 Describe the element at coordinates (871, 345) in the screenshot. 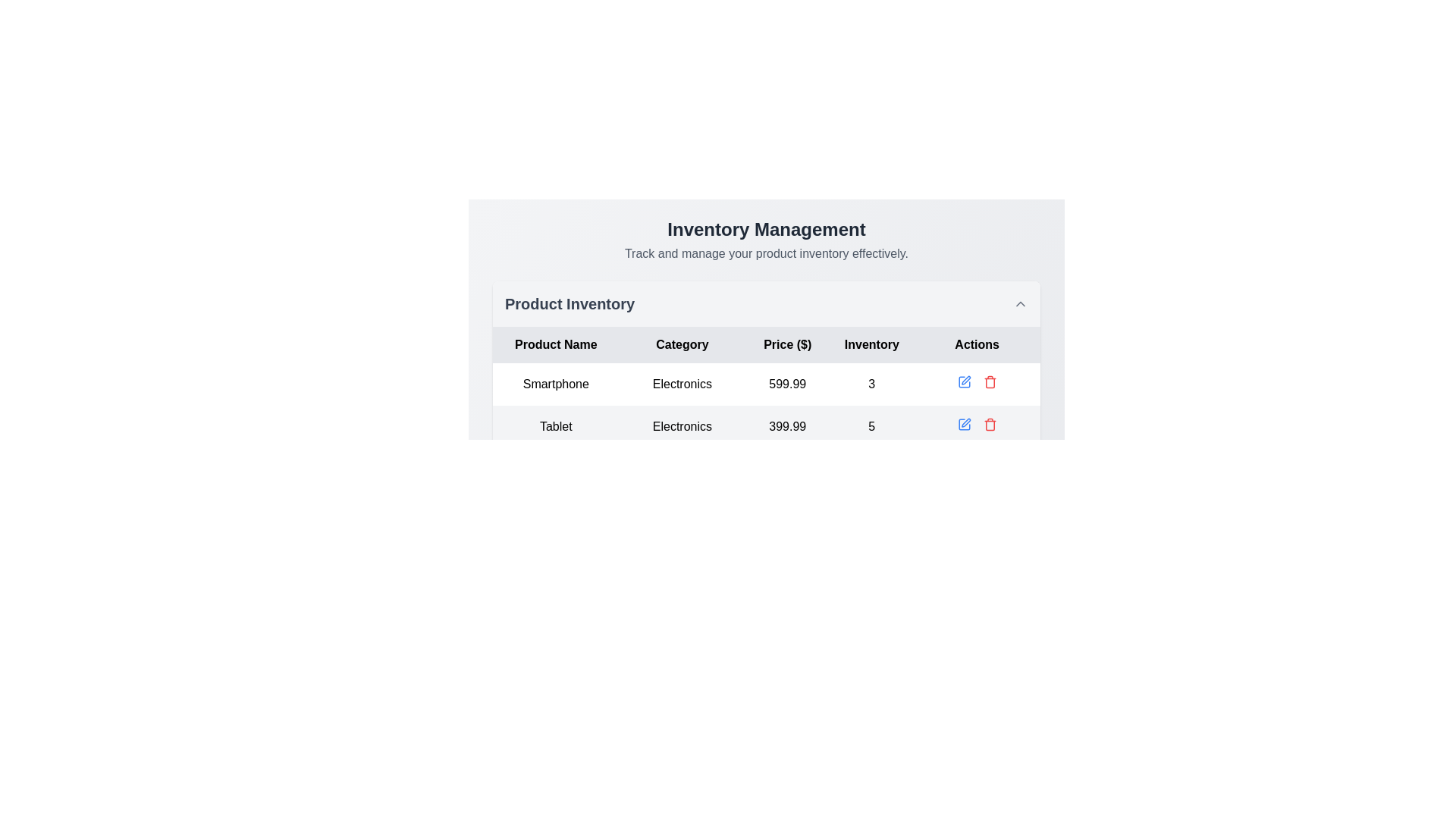

I see `the fourth column header of the table, which indicates the inventory quantities for the listed products, positioned between the 'Price ($)' column and the 'Actions' column` at that location.